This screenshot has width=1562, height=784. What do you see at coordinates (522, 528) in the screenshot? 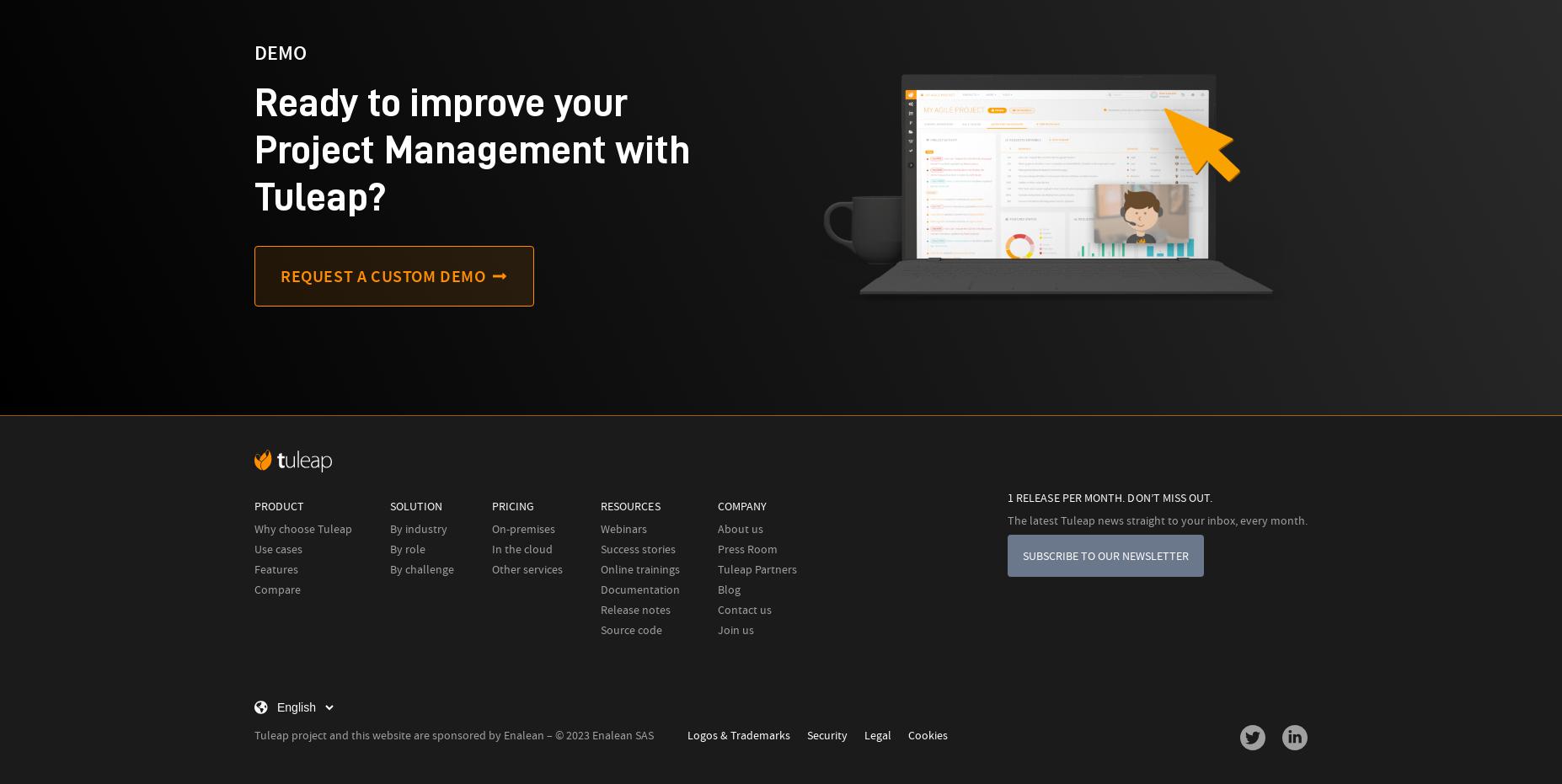
I see `'On-premises'` at bounding box center [522, 528].